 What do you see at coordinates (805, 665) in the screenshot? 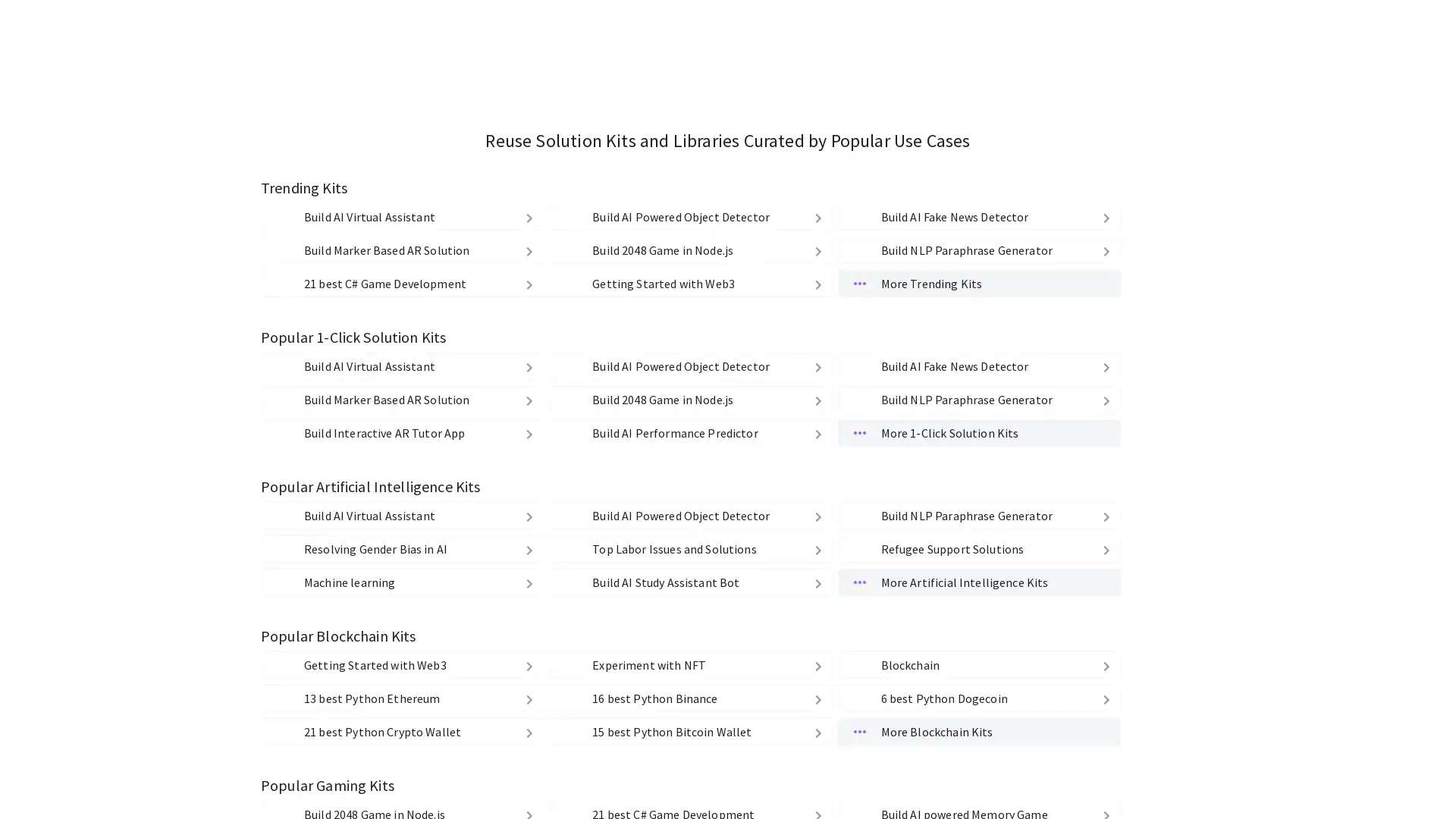
I see `delete` at bounding box center [805, 665].